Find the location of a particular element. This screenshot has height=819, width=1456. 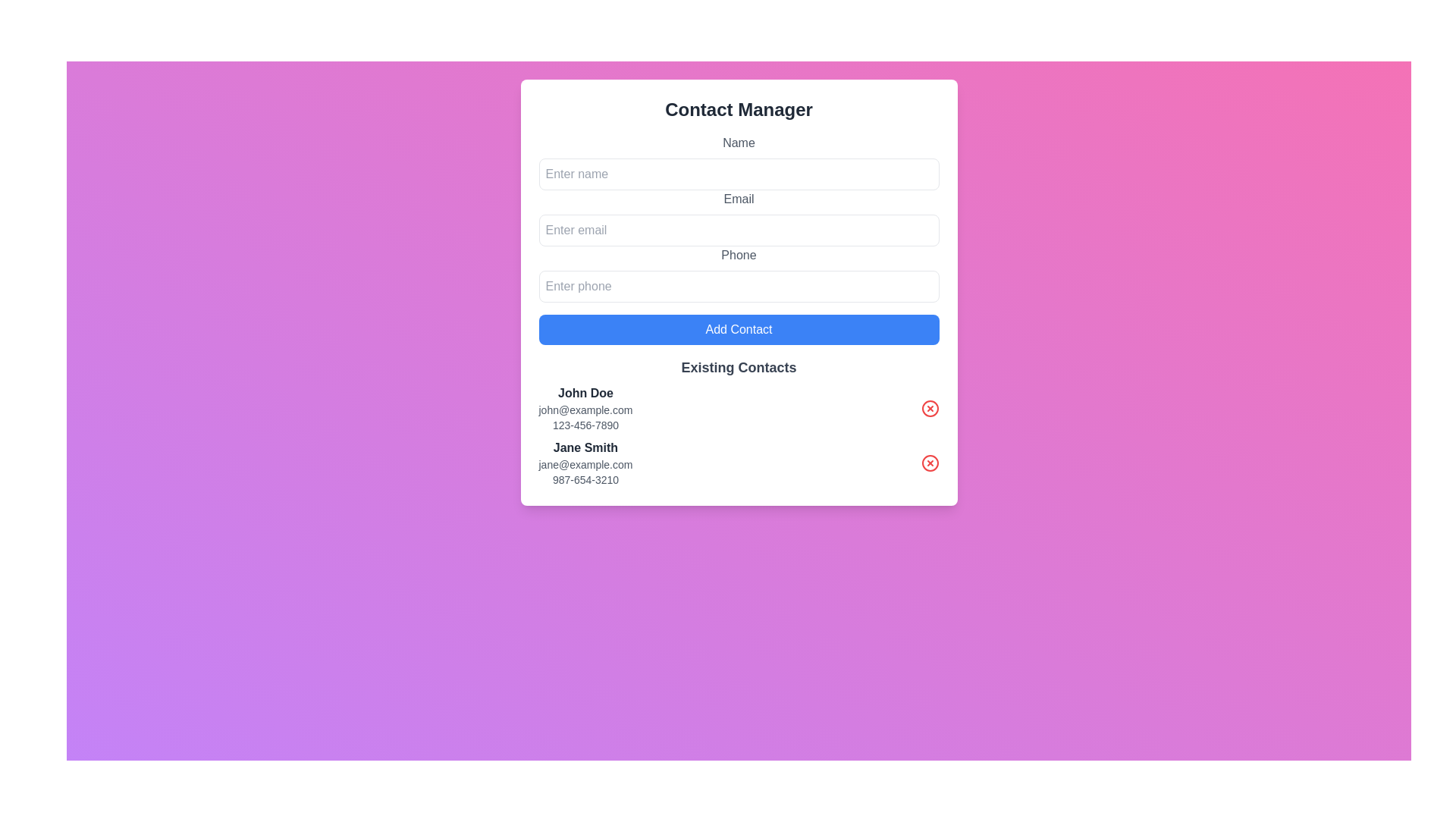

the static text display showing the email address for the contact 'Jane Smith', located below the name and above the phone number in the 'Existing Contacts' section is located at coordinates (585, 464).